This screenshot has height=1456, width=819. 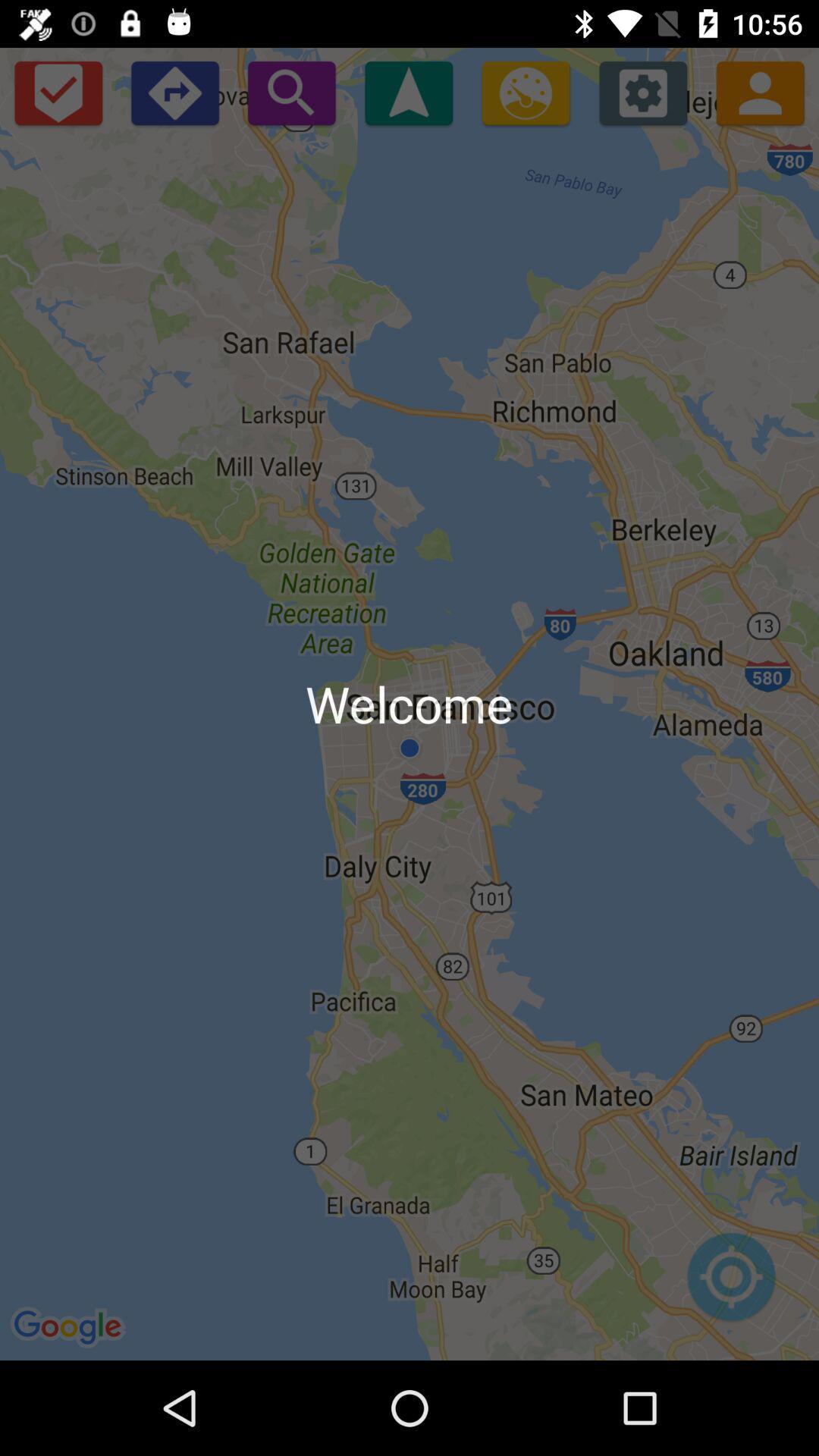 What do you see at coordinates (760, 92) in the screenshot?
I see `profile` at bounding box center [760, 92].